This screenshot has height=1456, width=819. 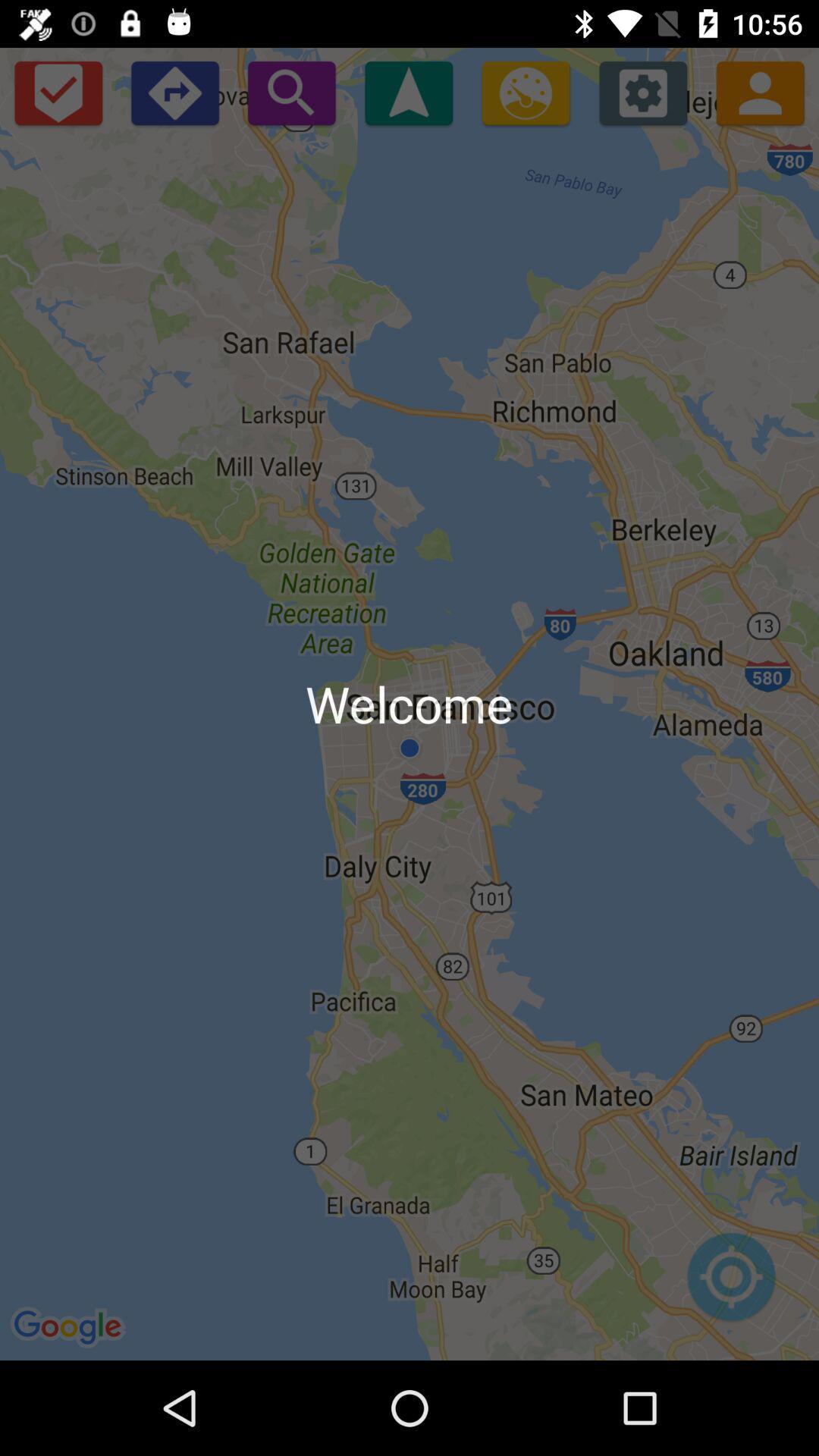 What do you see at coordinates (760, 92) in the screenshot?
I see `profile` at bounding box center [760, 92].